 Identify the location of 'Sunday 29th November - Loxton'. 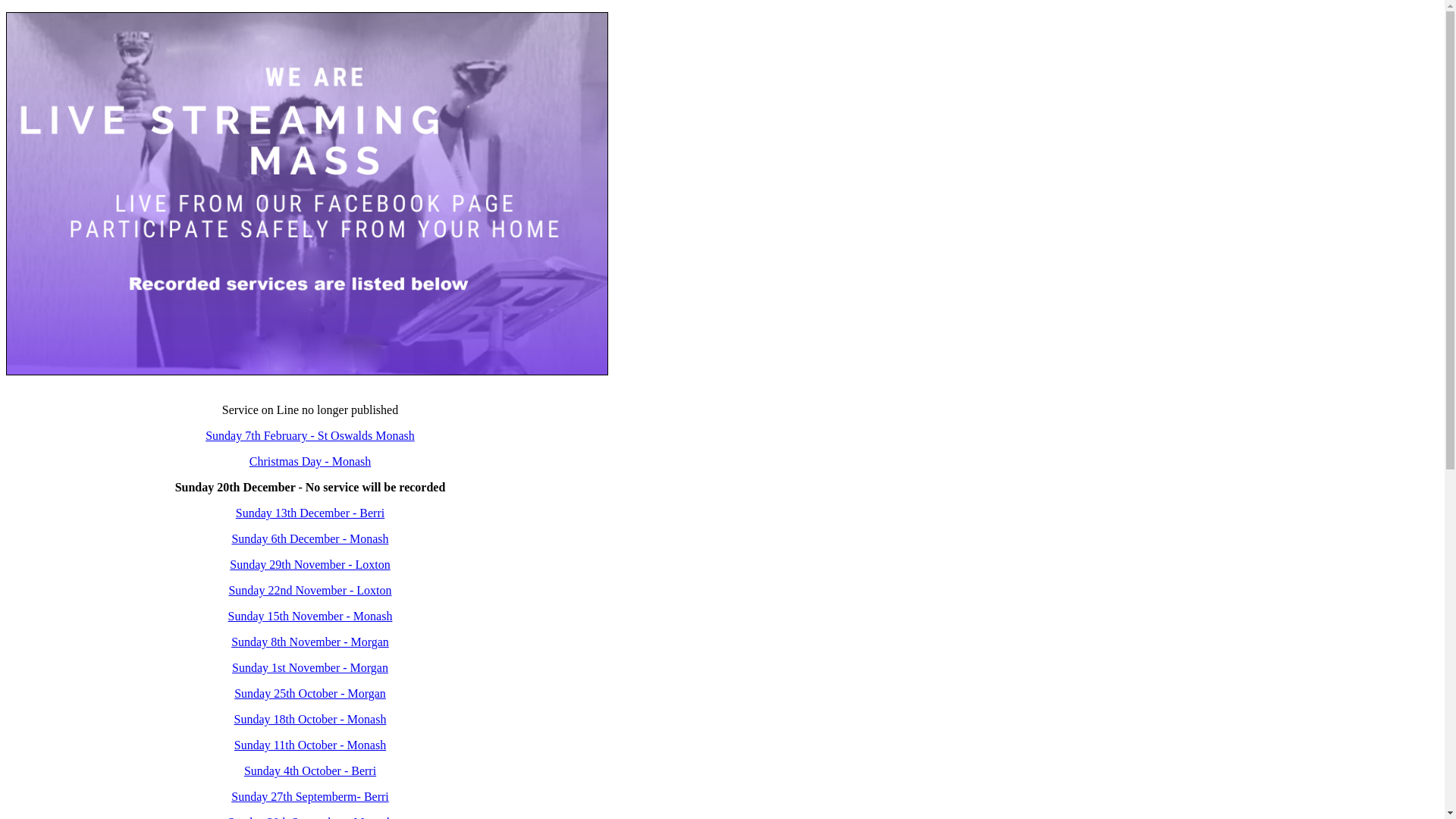
(228, 564).